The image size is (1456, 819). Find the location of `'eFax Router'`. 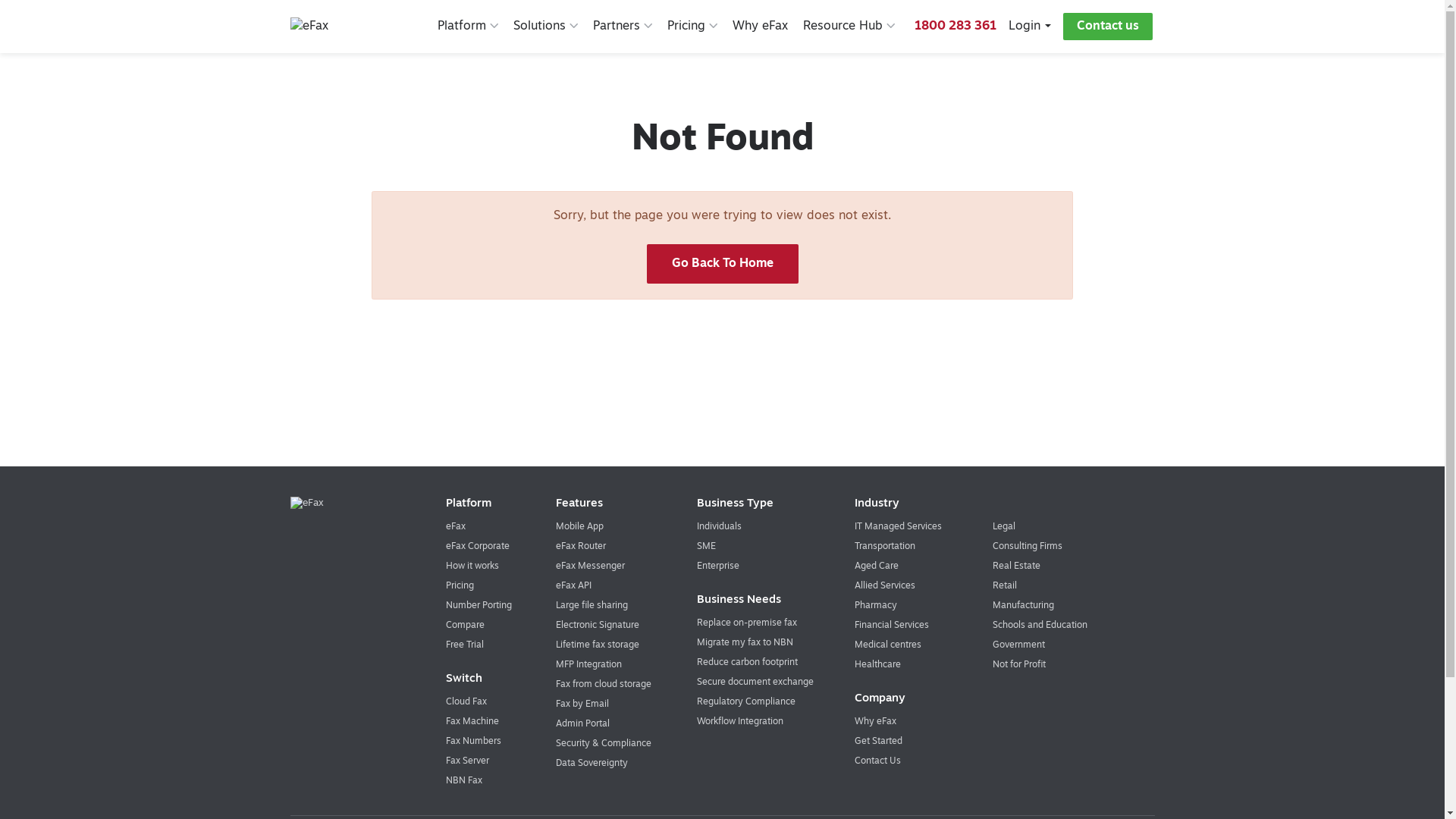

'eFax Router' is located at coordinates (580, 547).